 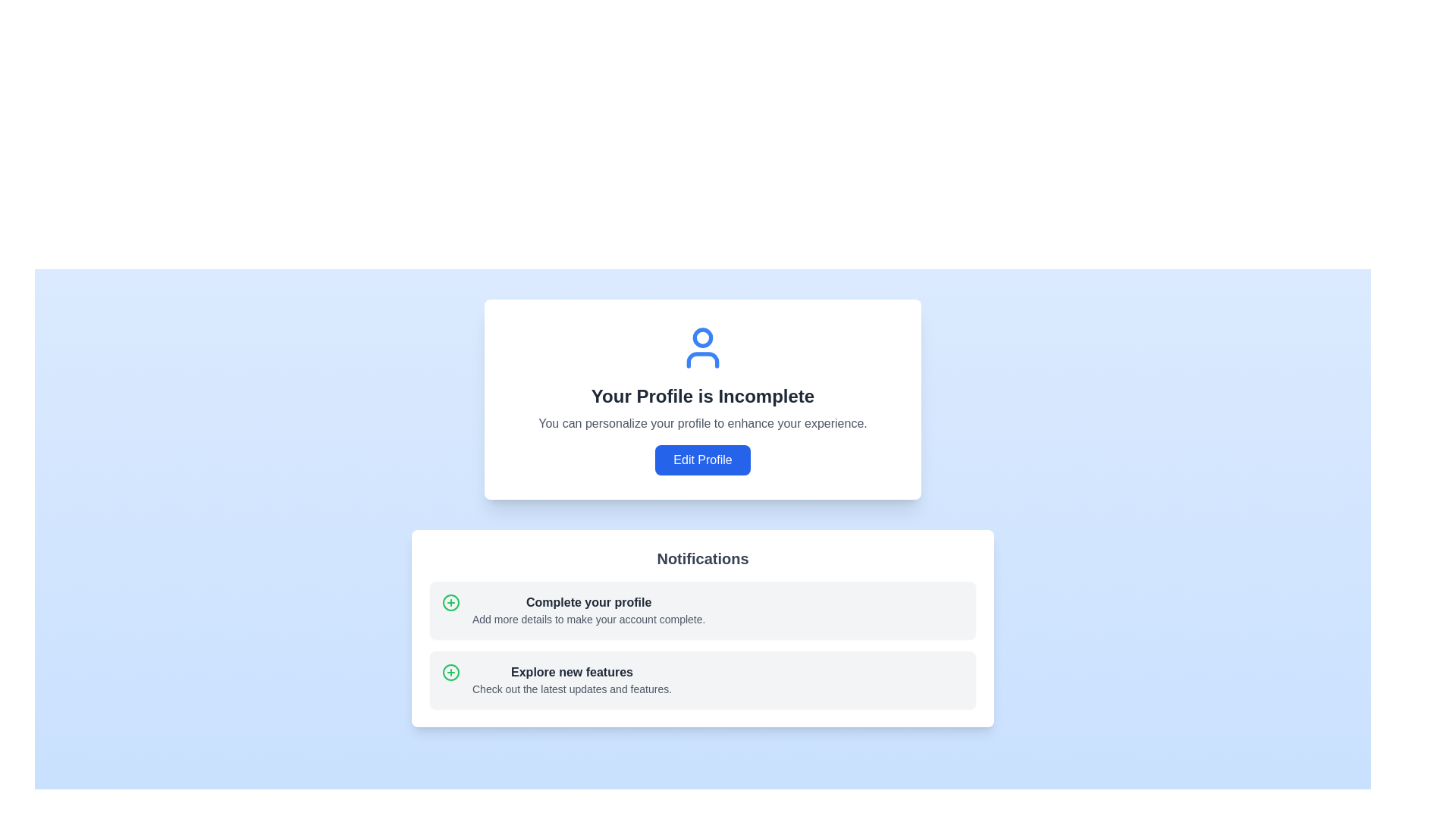 I want to click on the circular icon with a green outline and white fill, which is part of the 'Explore new features' section in the lower notifications area, so click(x=450, y=601).